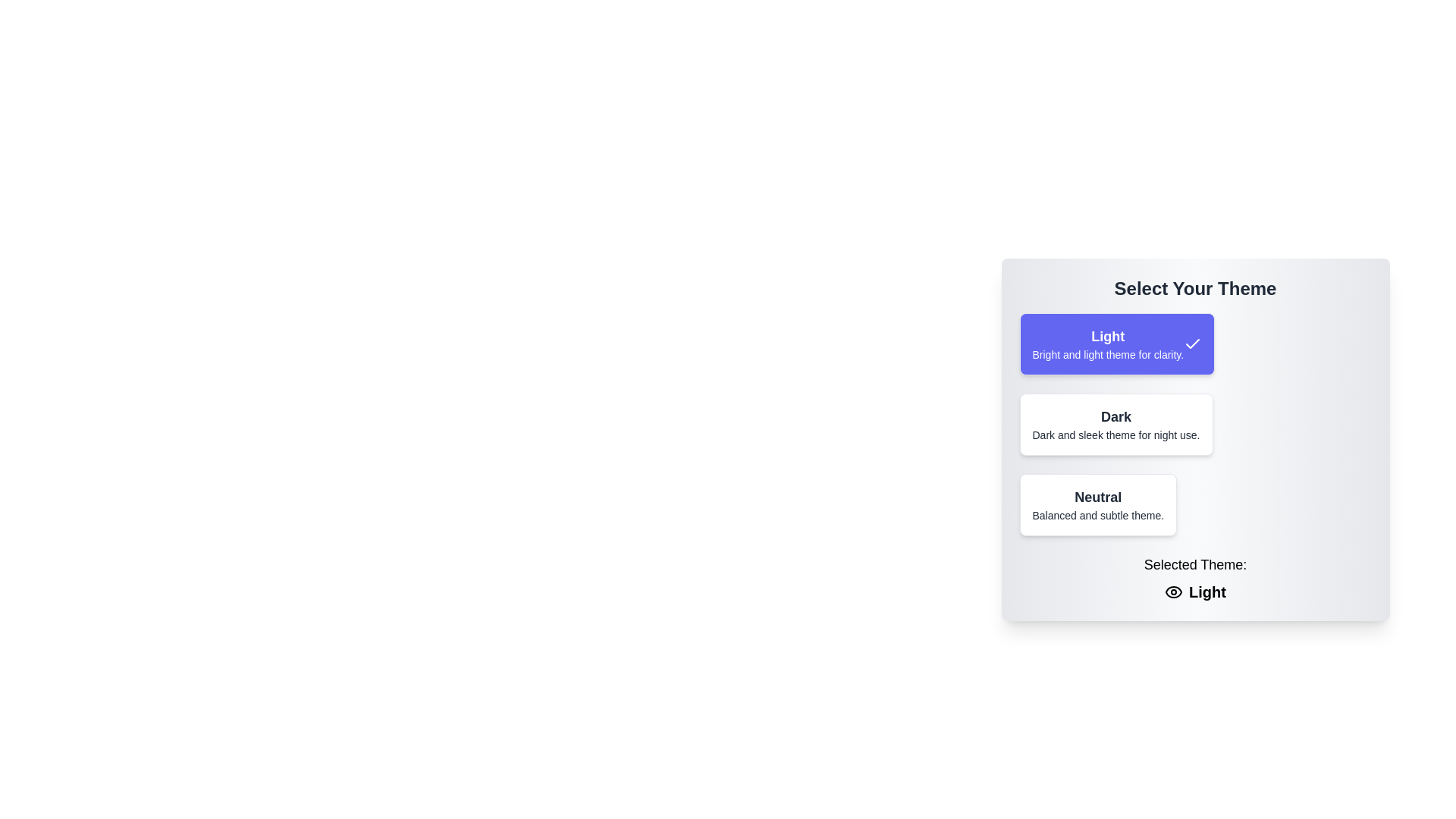 This screenshot has height=819, width=1456. Describe the element at coordinates (1173, 591) in the screenshot. I see `the outer eye contour of the SVG icon representing visibility, located next to the 'Light' label under 'Selected Theme:' text` at that location.